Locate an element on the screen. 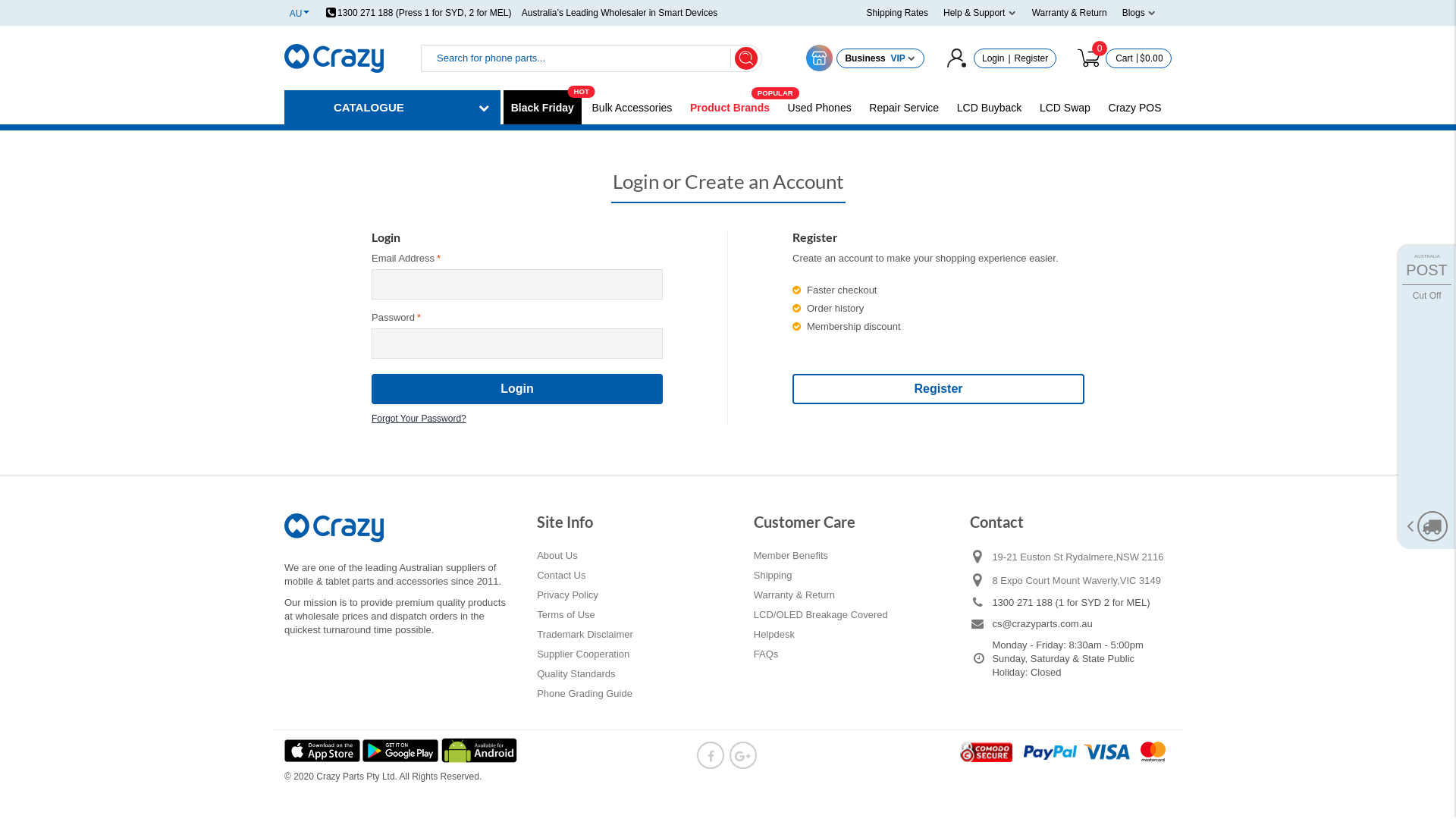 The height and width of the screenshot is (819, 1456). '19-21 Euston St Rydalmere,NSW 2116' is located at coordinates (992, 557).